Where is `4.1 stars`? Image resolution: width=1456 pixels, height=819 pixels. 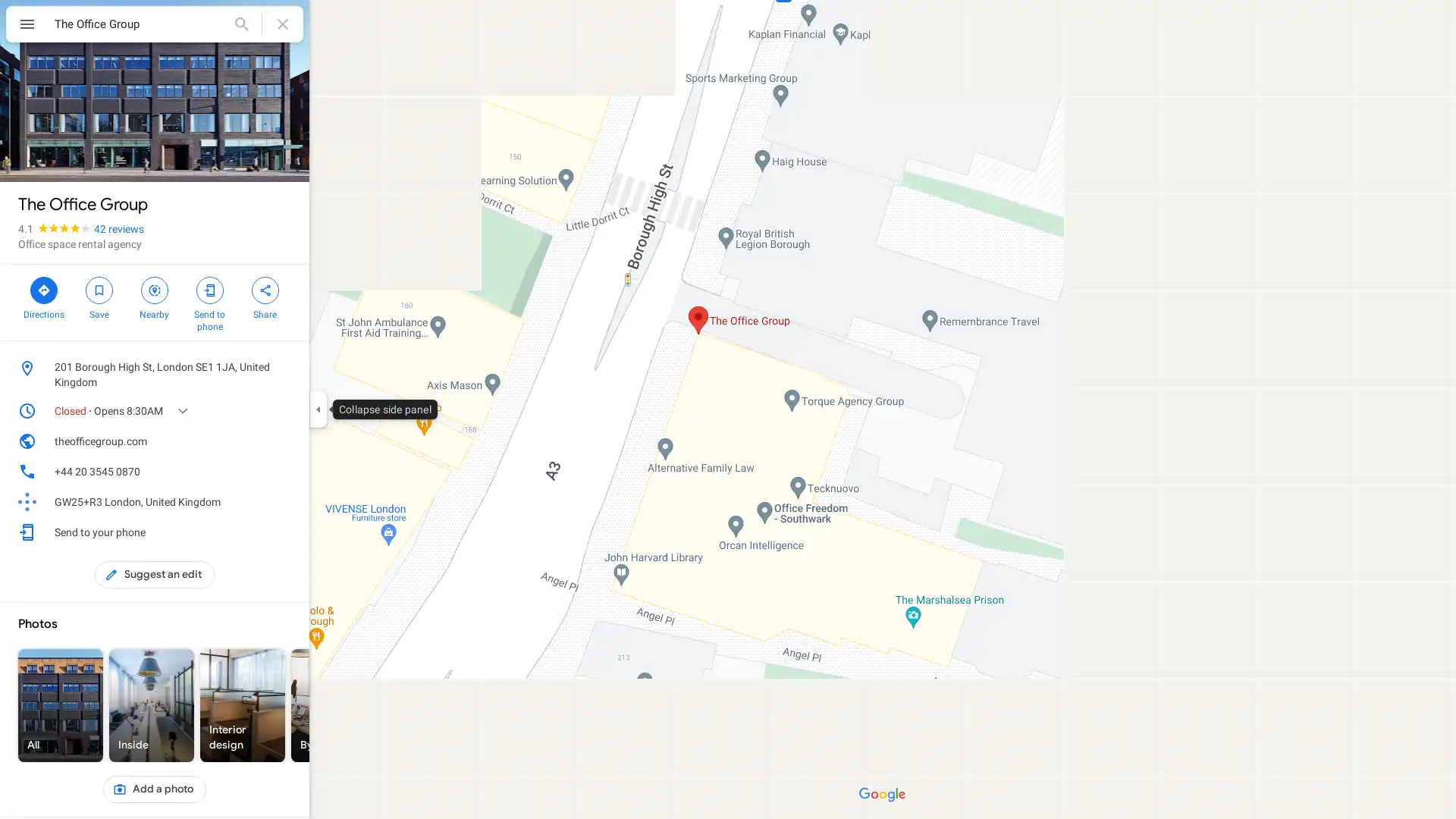
4.1 stars is located at coordinates (55, 228).